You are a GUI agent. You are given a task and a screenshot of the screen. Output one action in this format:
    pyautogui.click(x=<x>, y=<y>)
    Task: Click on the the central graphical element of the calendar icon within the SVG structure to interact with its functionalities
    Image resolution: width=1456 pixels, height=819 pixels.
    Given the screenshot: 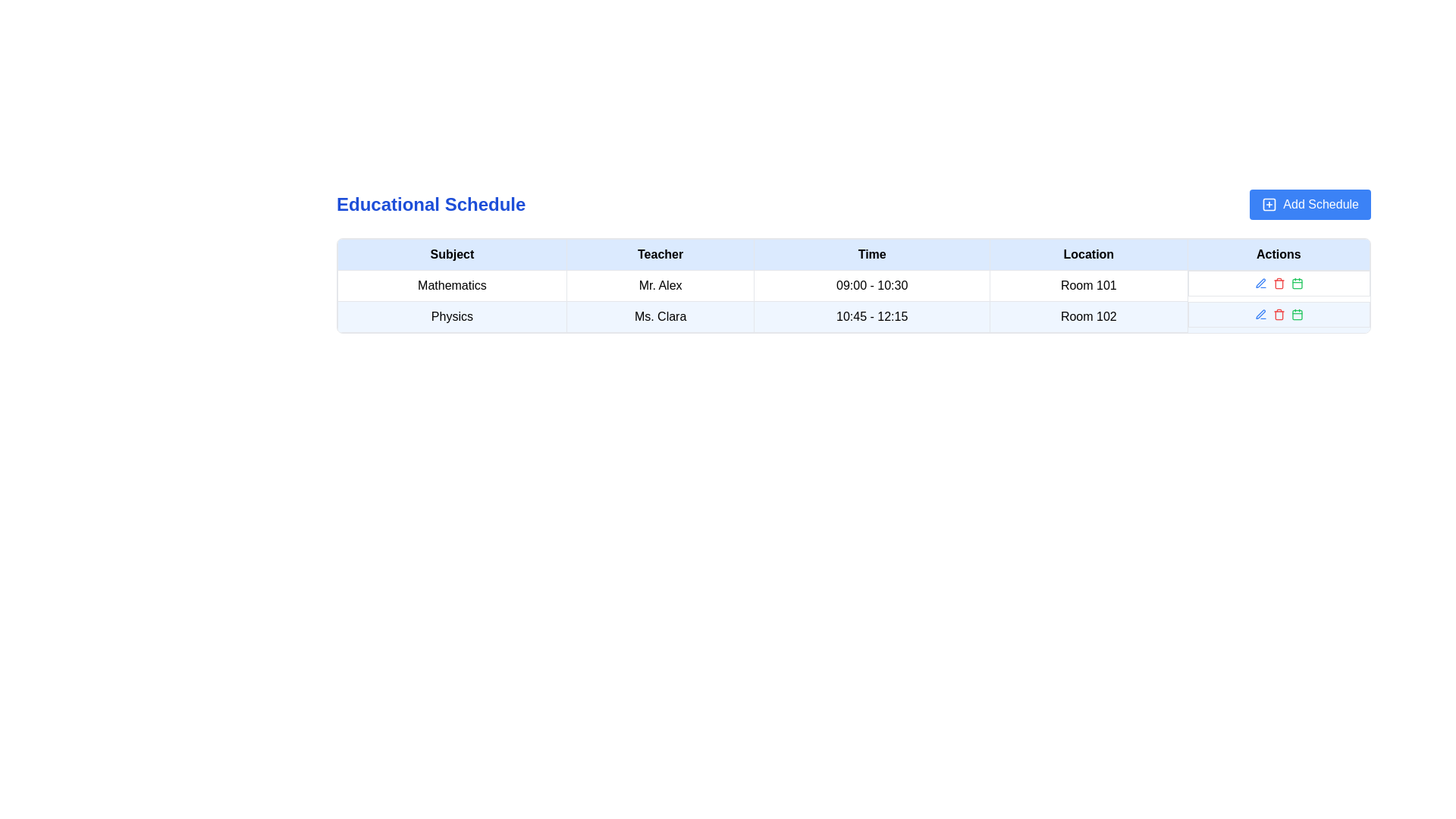 What is the action you would take?
    pyautogui.click(x=1296, y=314)
    